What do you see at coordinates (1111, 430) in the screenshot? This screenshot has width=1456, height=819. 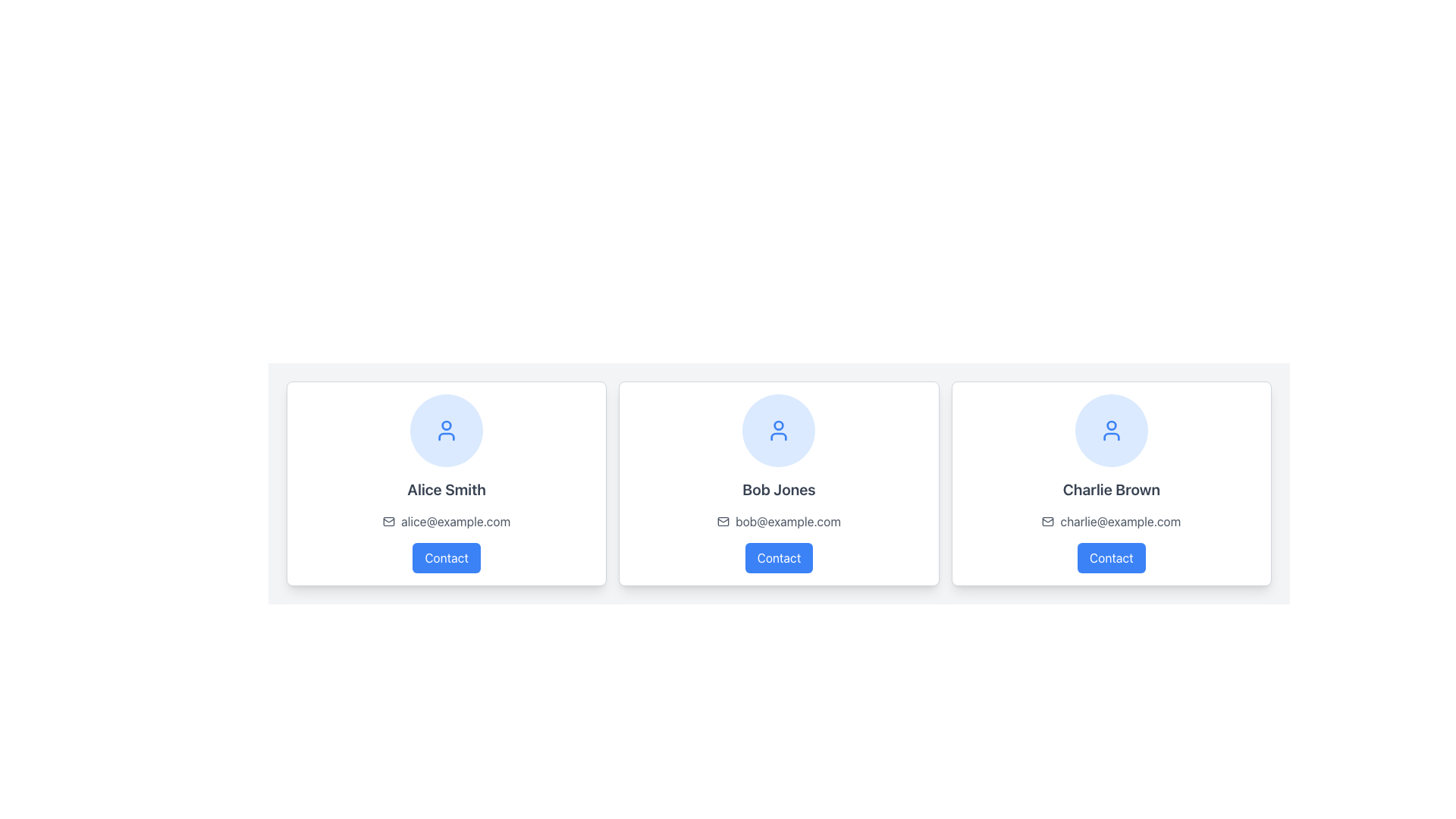 I see `the circular graphic icon with a light blue background and blue outline of a user figure, located at the top center of the card labeled 'Charlie Brown'` at bounding box center [1111, 430].